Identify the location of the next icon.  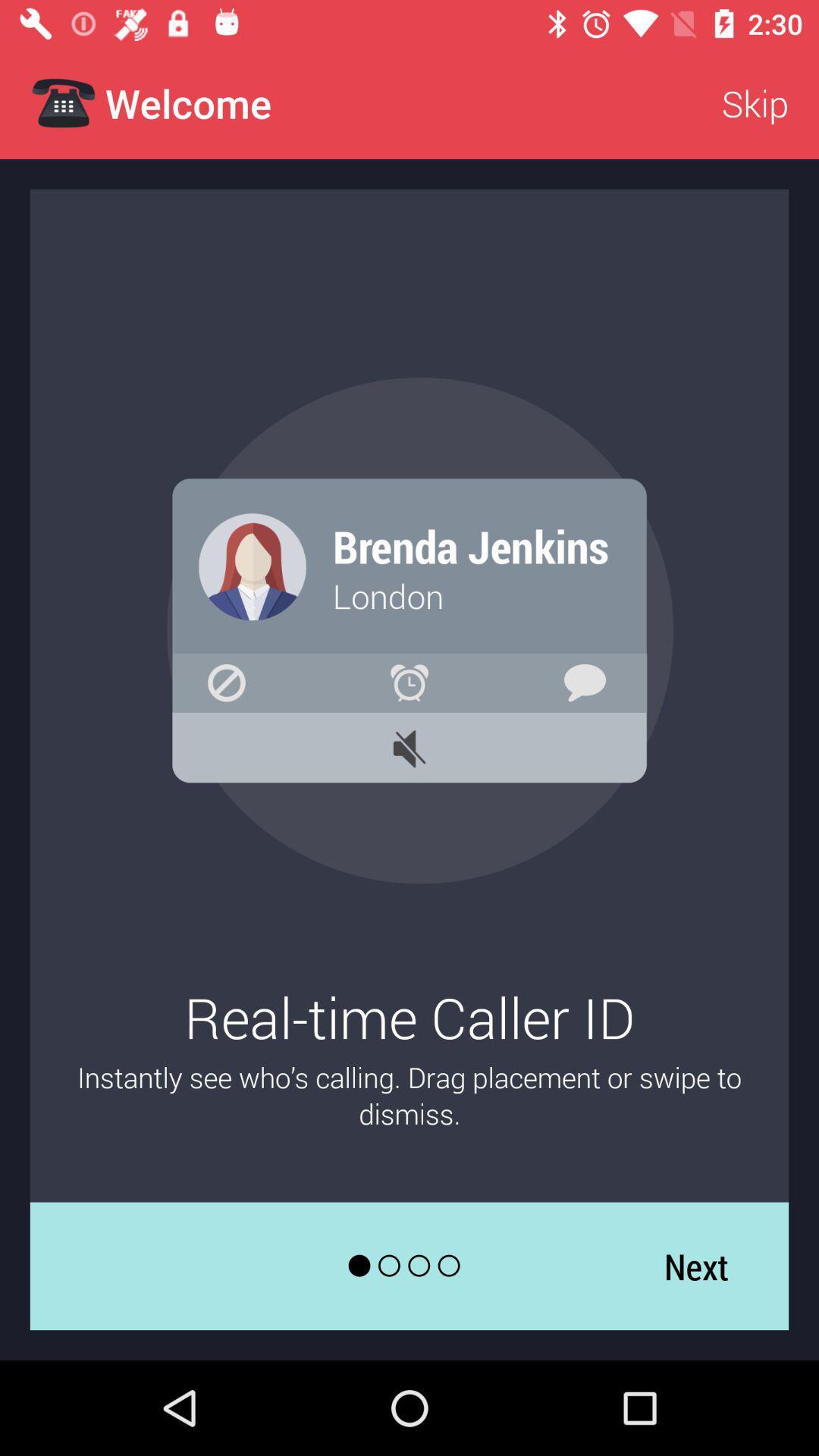
(696, 1266).